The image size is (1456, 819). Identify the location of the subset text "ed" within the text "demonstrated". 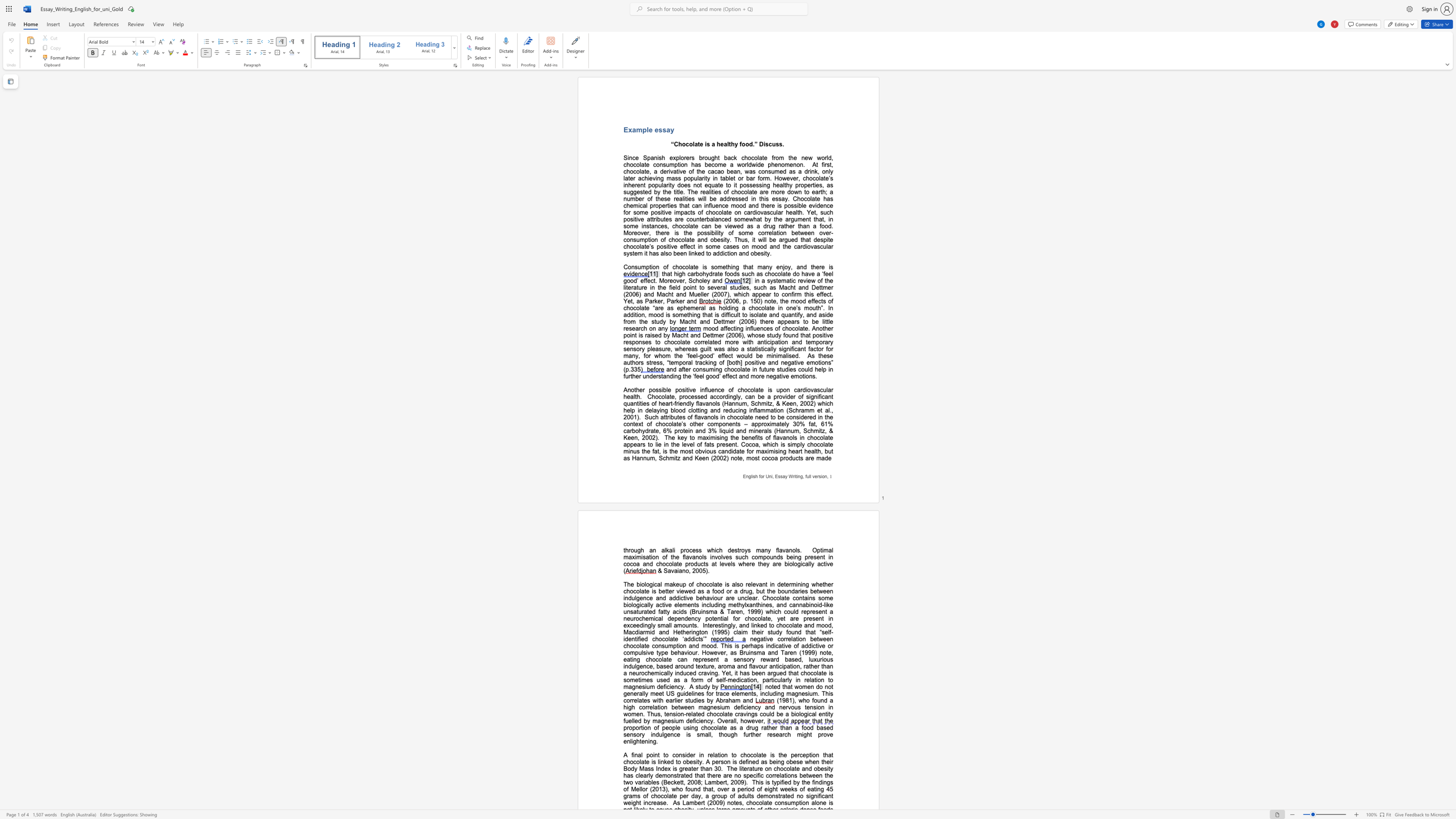
(685, 775).